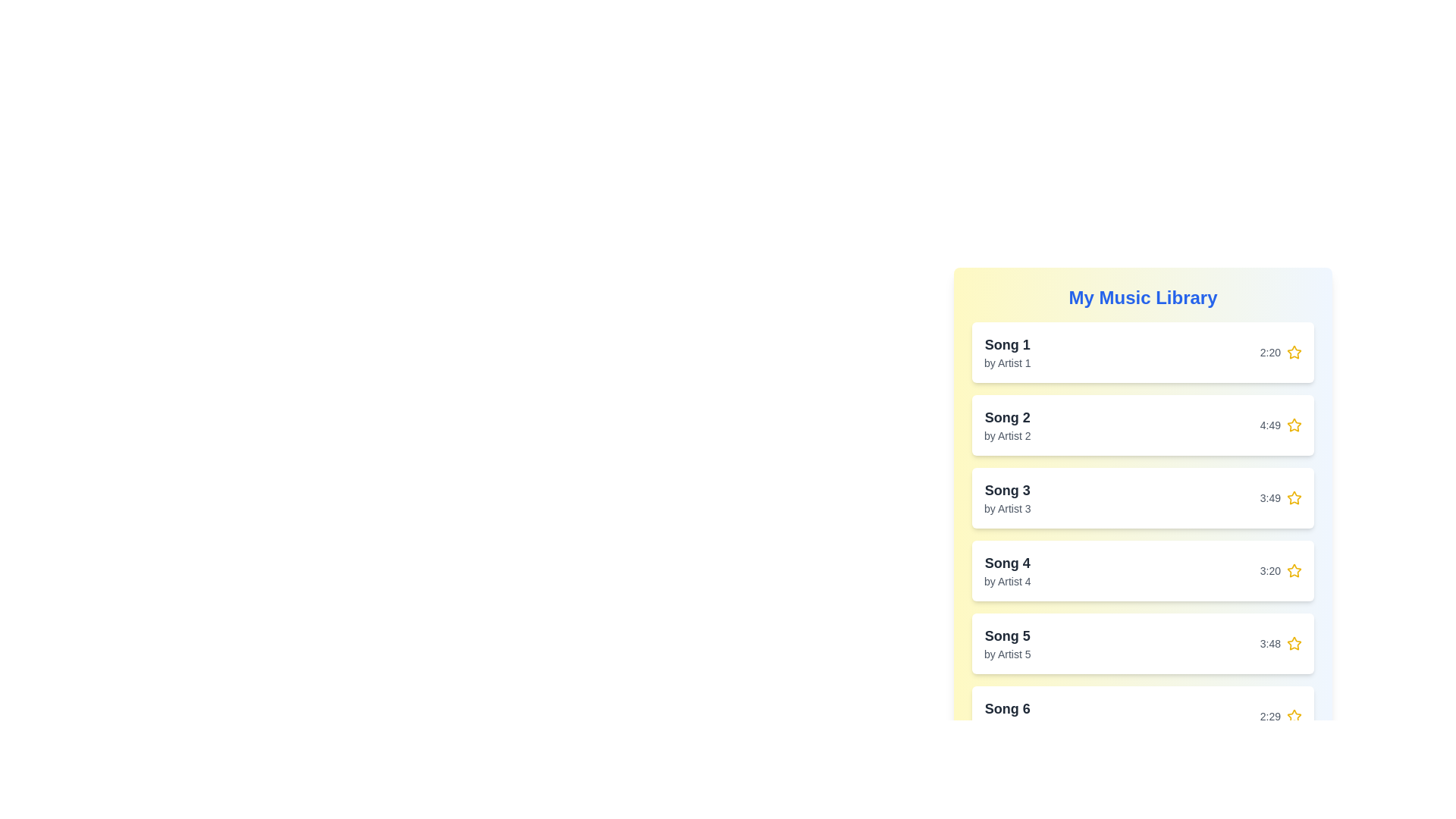  What do you see at coordinates (1280, 353) in the screenshot?
I see `the text and star icon group displaying '2:20' with a yellow star, located in the top-right section of the 'Song 1 by Artist 1' card` at bounding box center [1280, 353].